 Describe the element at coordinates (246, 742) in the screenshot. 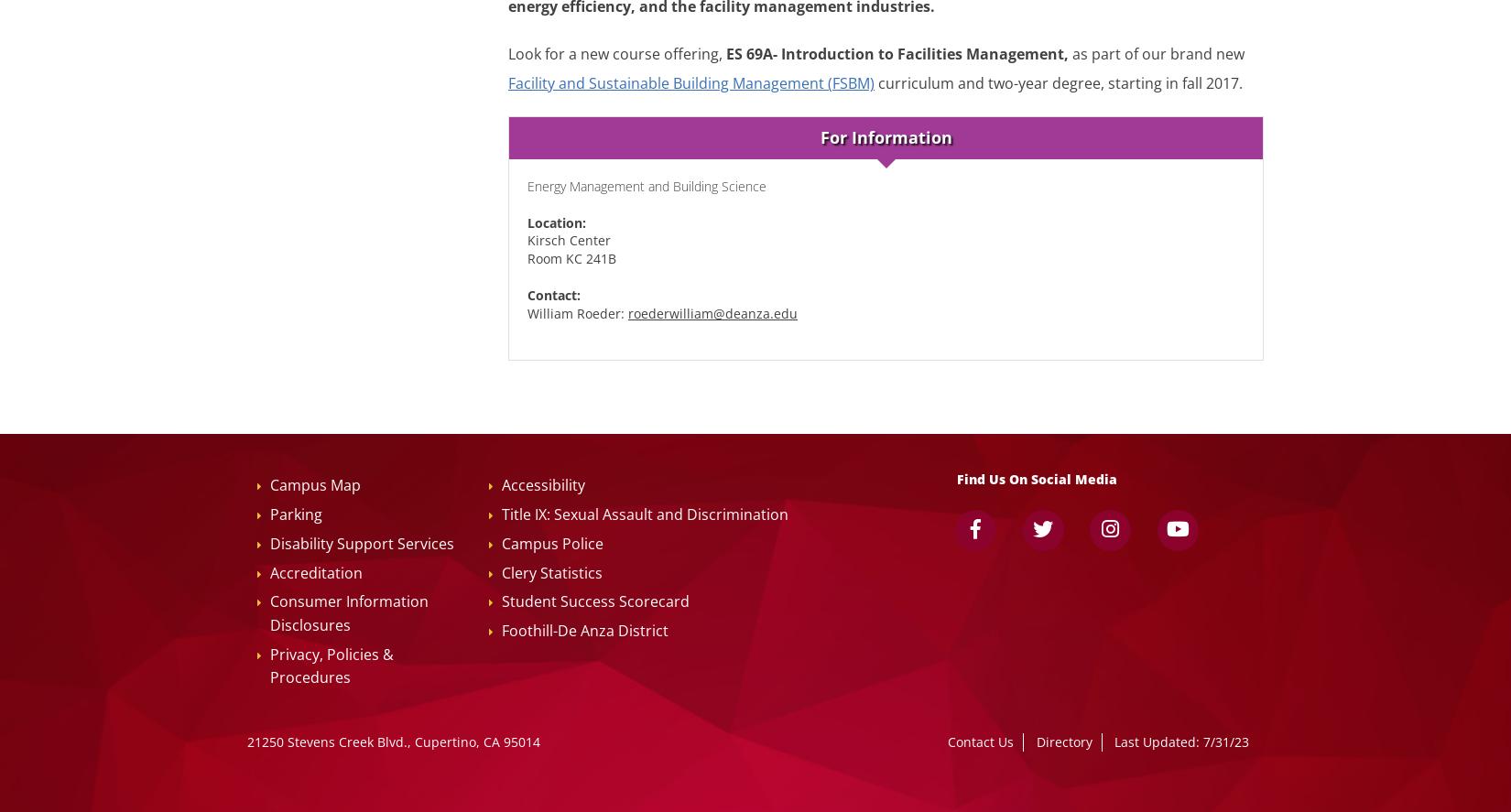

I see `'21250 Stevens Creek Blvd., Cupertino, CA 95014'` at that location.